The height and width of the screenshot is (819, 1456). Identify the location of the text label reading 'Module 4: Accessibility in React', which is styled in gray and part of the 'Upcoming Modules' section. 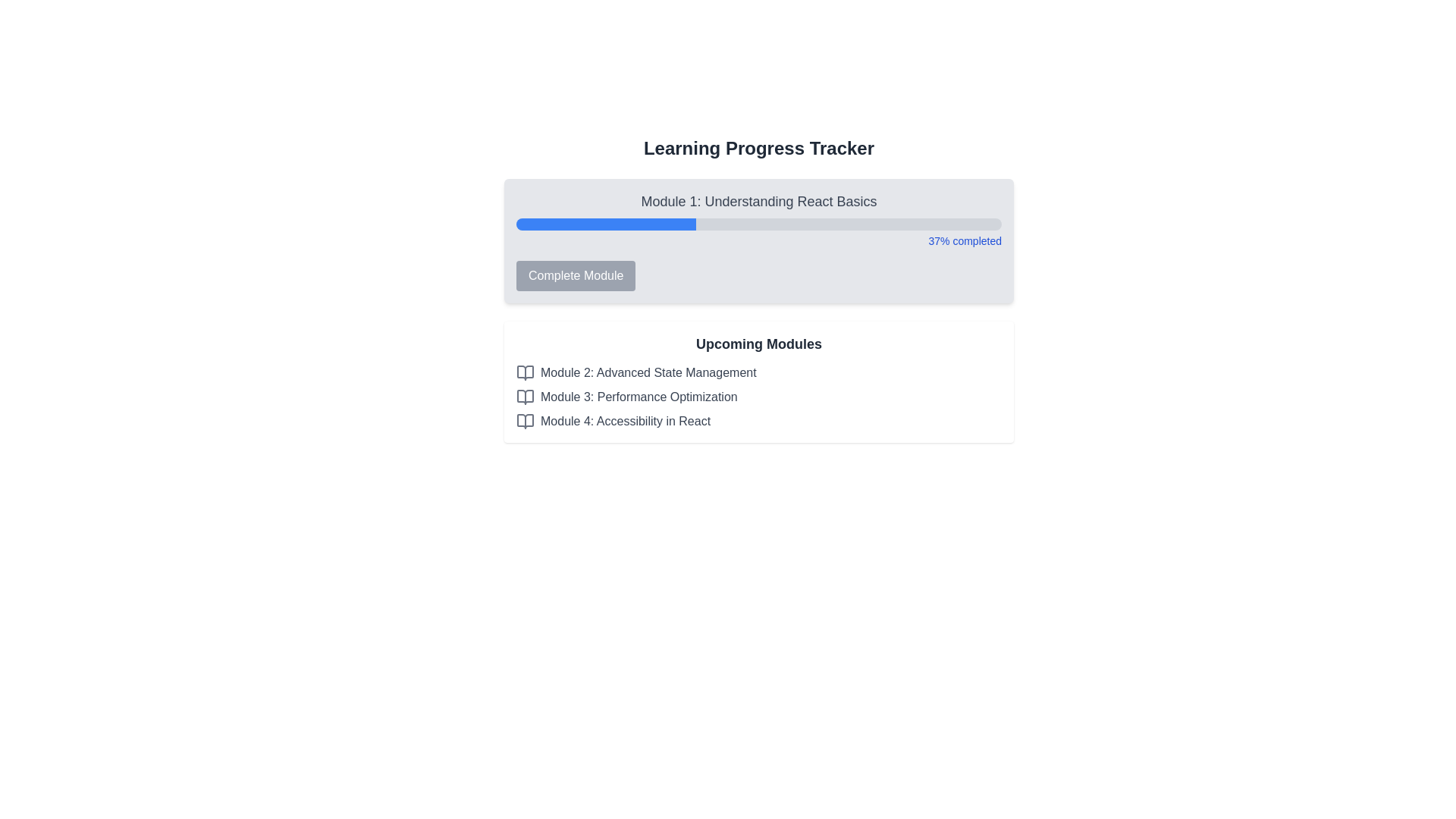
(626, 421).